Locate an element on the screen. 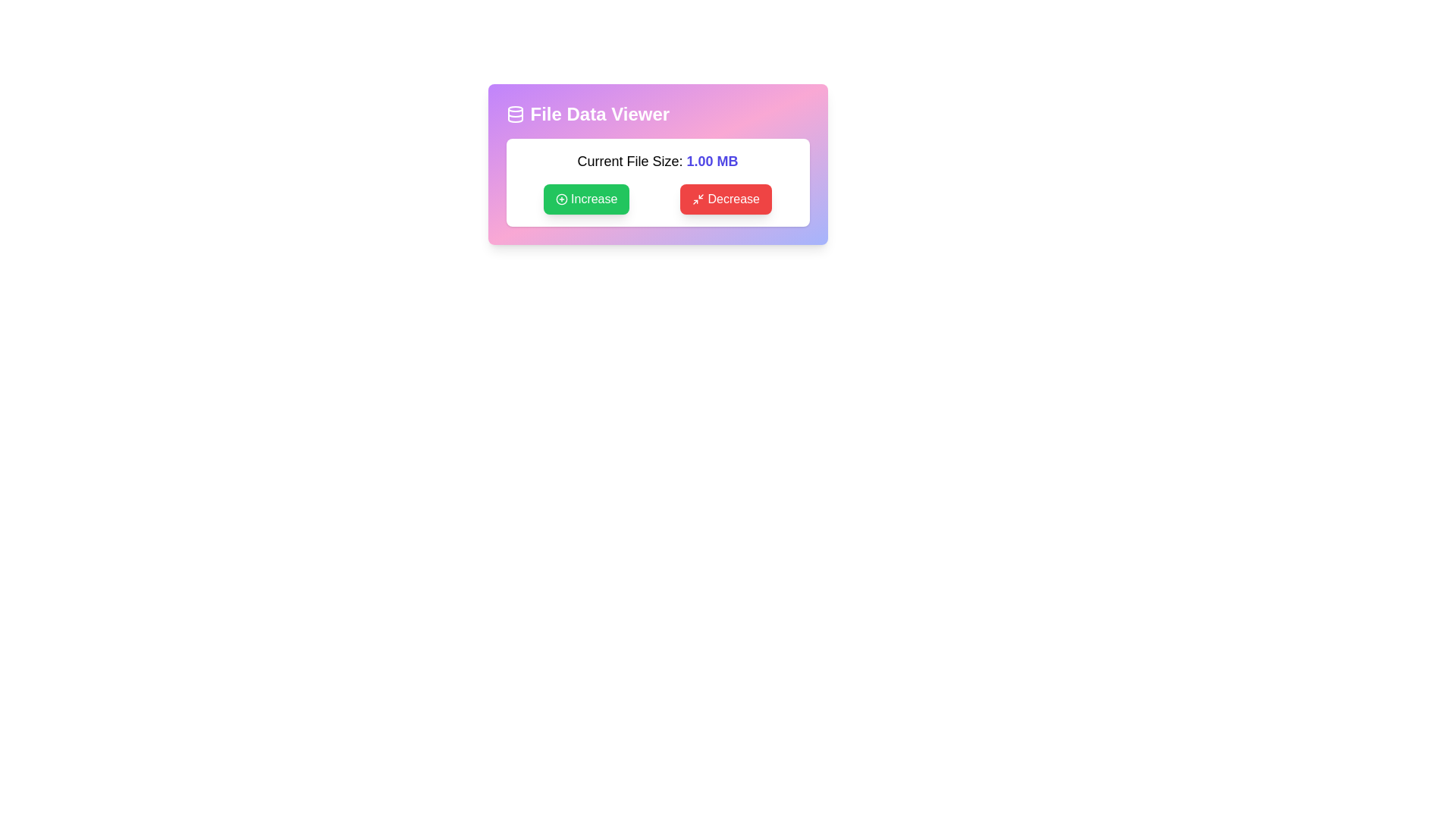  the database icon located to the left of the 'File Data Viewer' title, which visually represents the database concept is located at coordinates (515, 113).